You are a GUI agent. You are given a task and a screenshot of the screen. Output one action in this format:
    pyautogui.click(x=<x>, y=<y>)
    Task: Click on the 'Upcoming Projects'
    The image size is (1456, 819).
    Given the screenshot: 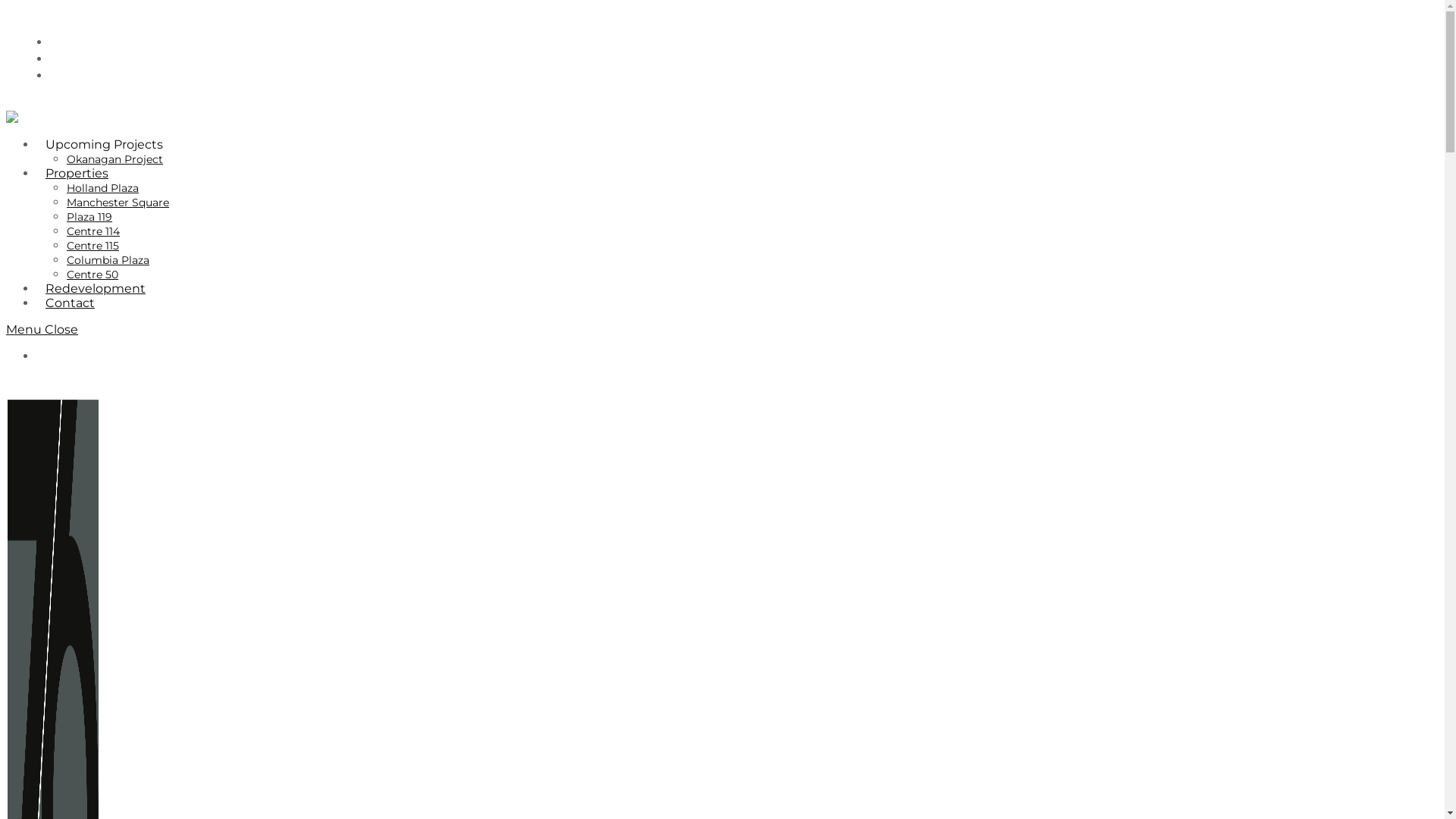 What is the action you would take?
    pyautogui.click(x=103, y=144)
    